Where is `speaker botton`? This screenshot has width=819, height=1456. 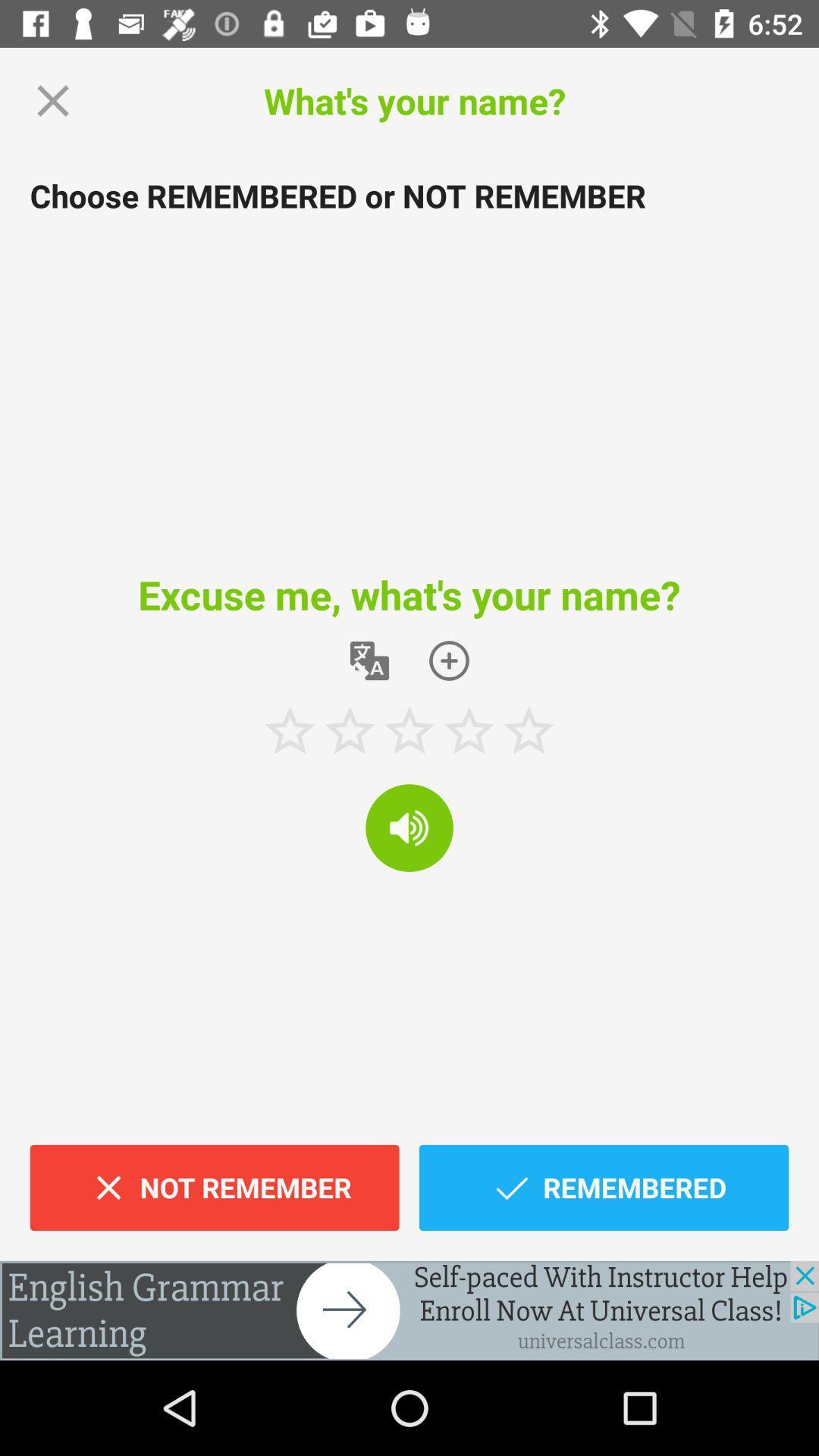 speaker botton is located at coordinates (409, 827).